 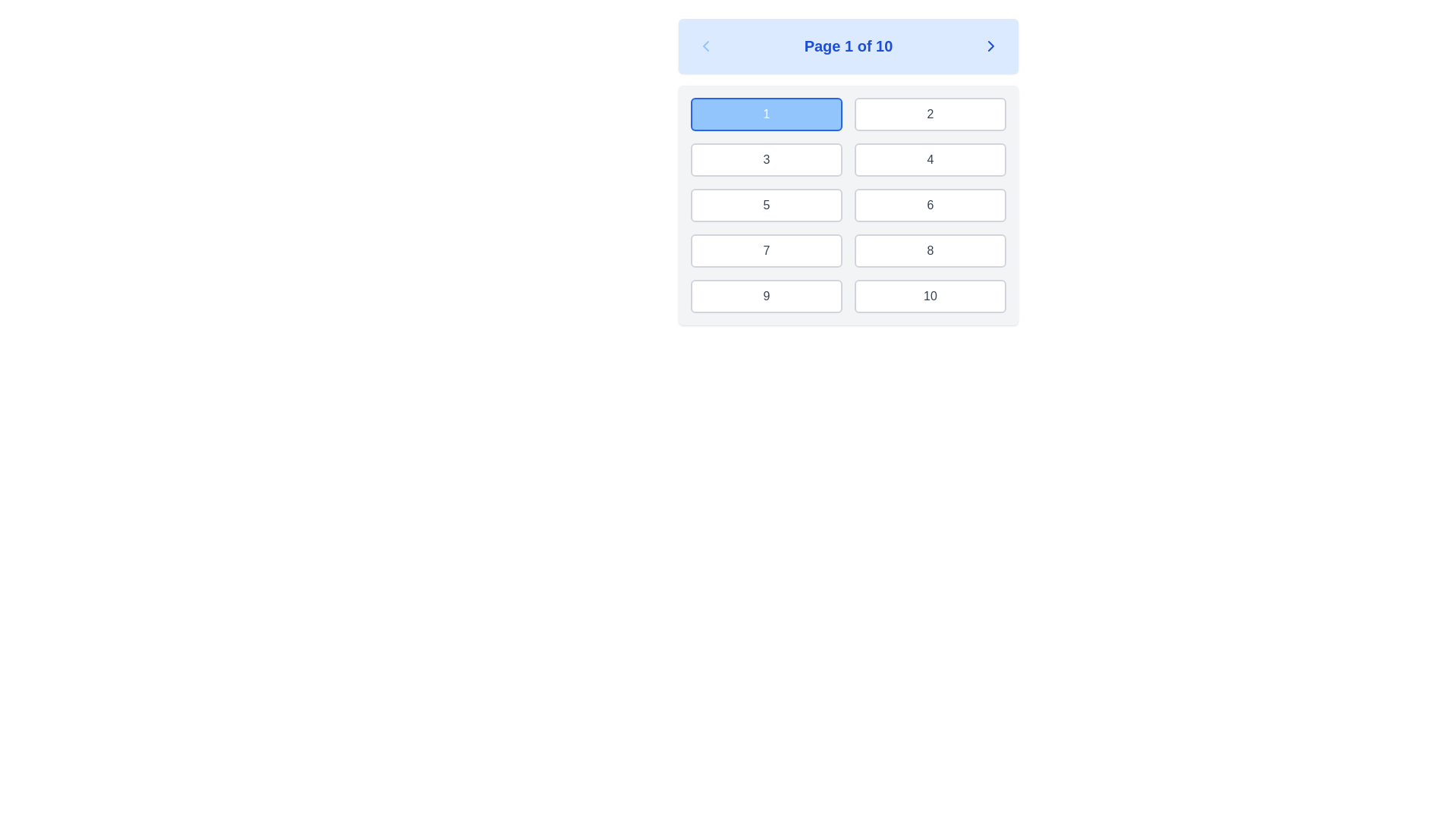 What do you see at coordinates (930, 160) in the screenshot?
I see `the button located in the second column of the second row of a grid layout` at bounding box center [930, 160].